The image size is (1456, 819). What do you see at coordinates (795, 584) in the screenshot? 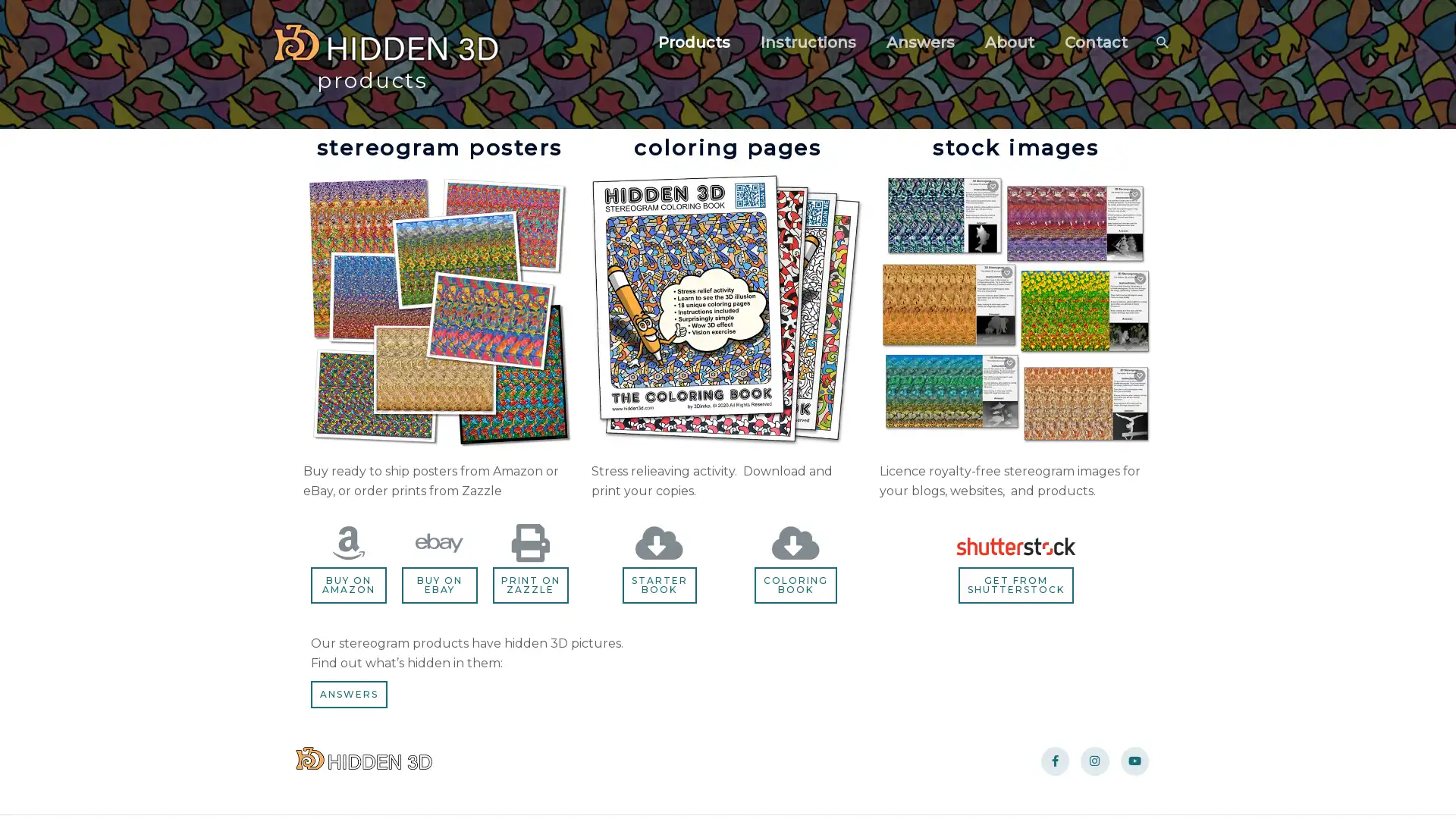
I see `COLORING BOOK` at bounding box center [795, 584].